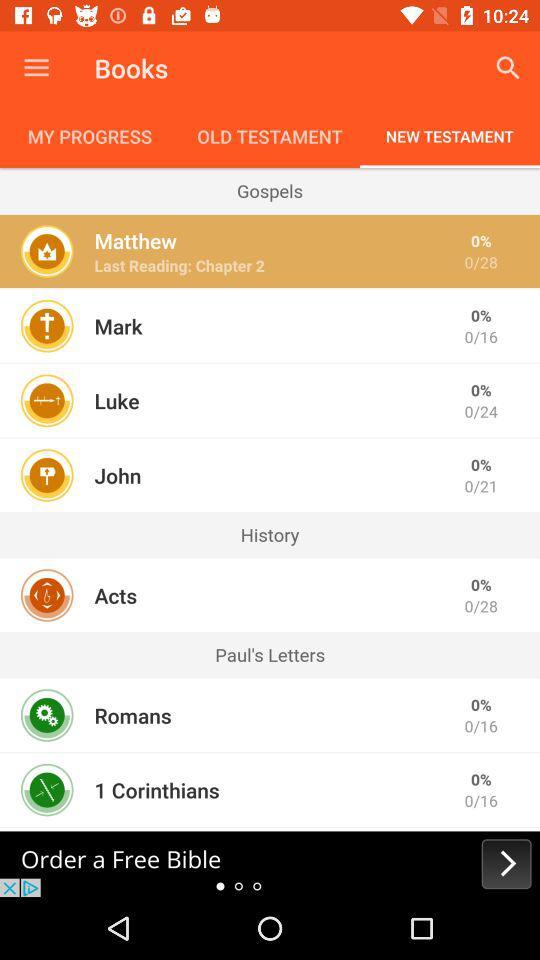  What do you see at coordinates (117, 475) in the screenshot?
I see `icon above history` at bounding box center [117, 475].